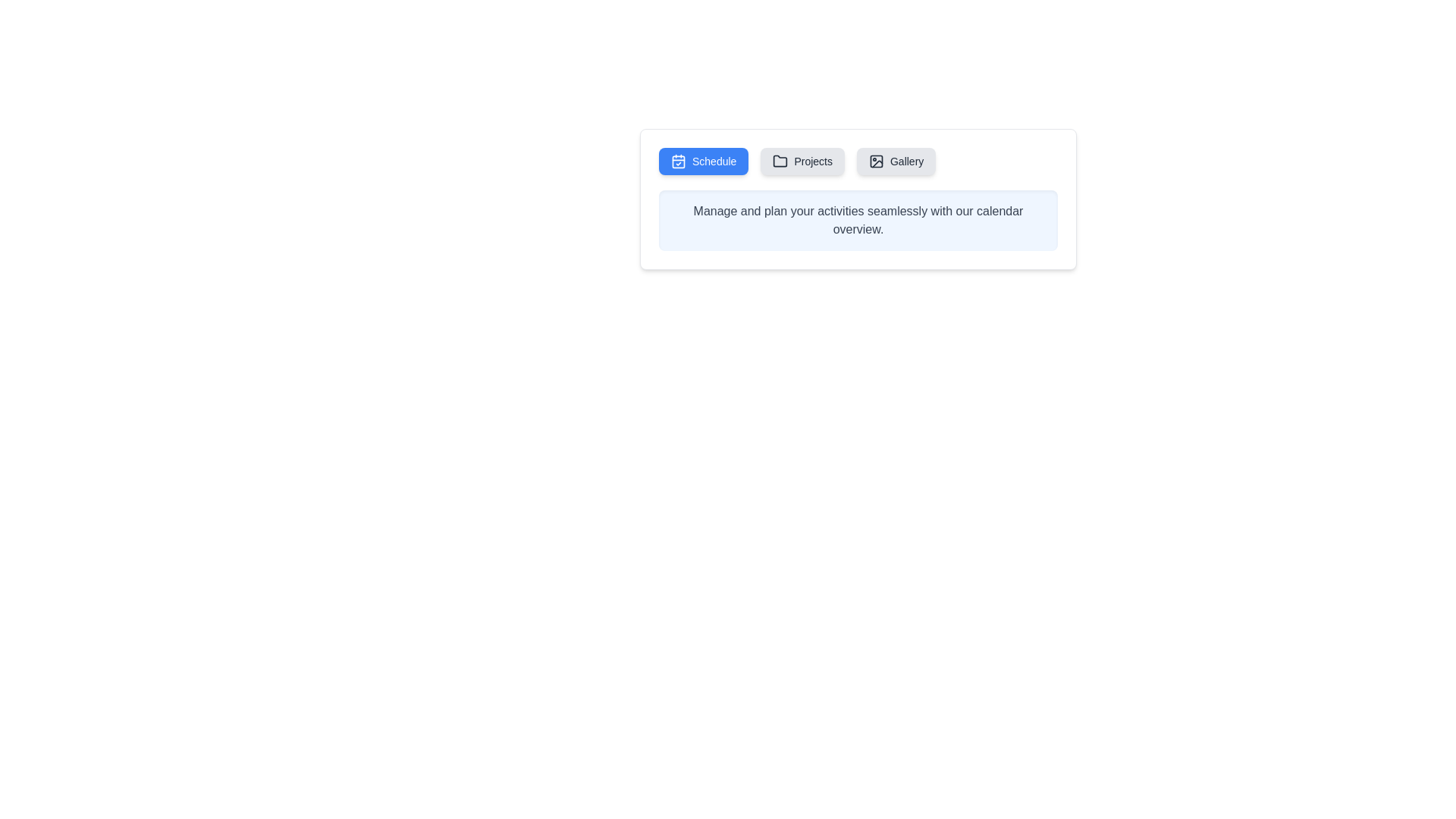 This screenshot has width=1456, height=819. Describe the element at coordinates (801, 161) in the screenshot. I see `the Projects tab to observe its hover effect` at that location.